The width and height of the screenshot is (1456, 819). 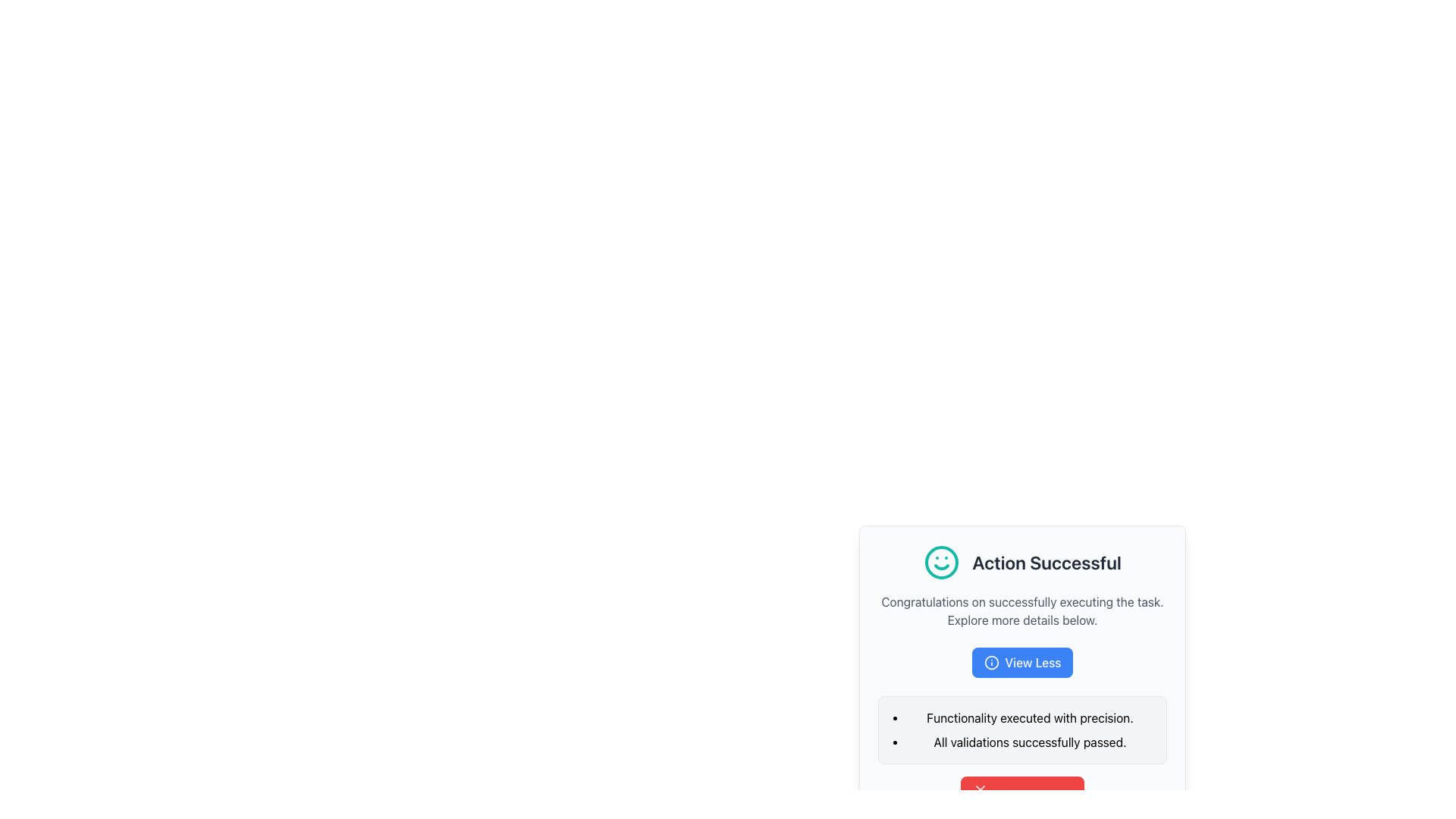 I want to click on the icon inside the red 'Close Notification' button at the bottom-right side of the notification card, so click(x=980, y=789).